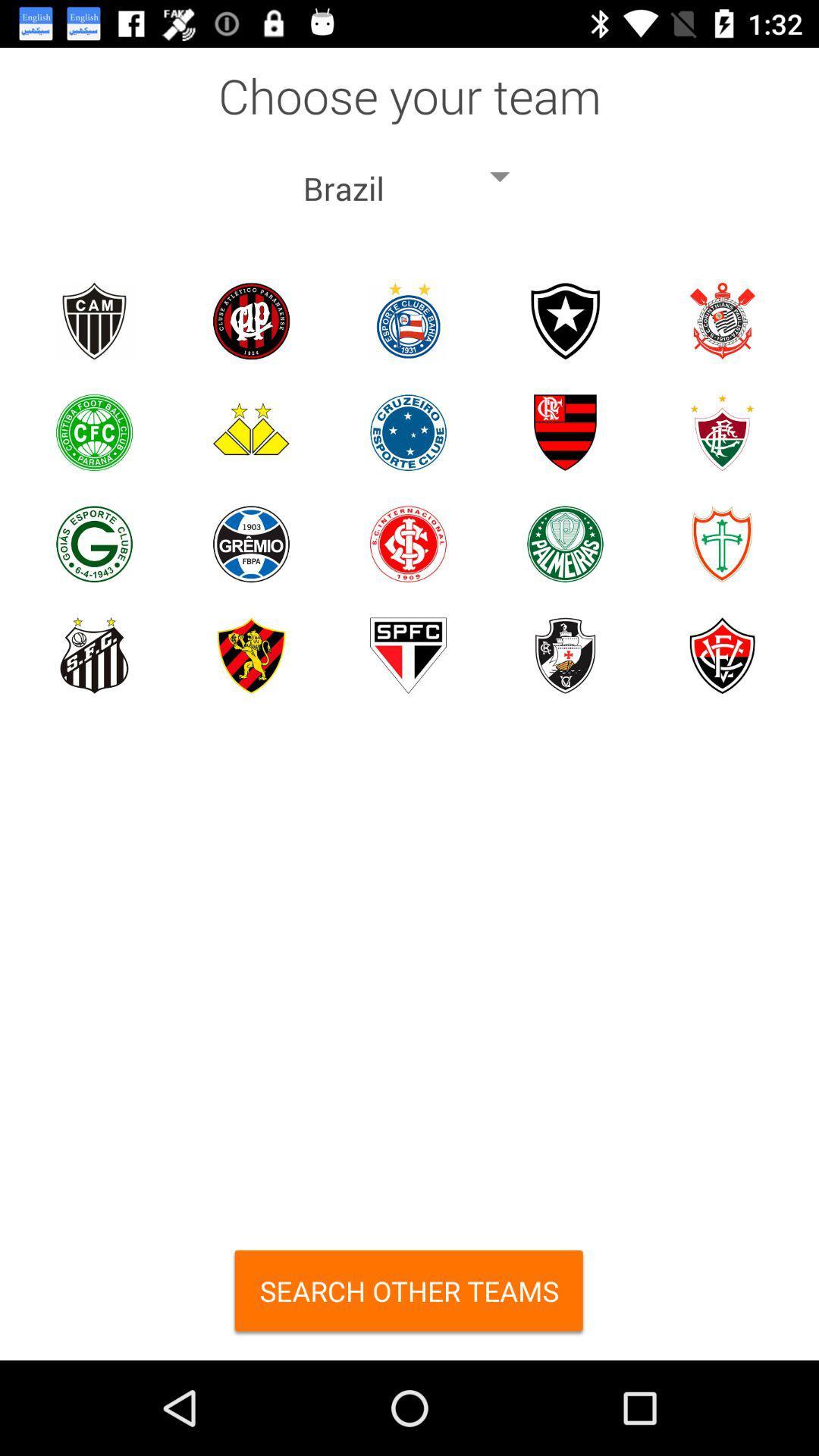  I want to click on choose portuguesa team select portuguesa team, so click(721, 544).